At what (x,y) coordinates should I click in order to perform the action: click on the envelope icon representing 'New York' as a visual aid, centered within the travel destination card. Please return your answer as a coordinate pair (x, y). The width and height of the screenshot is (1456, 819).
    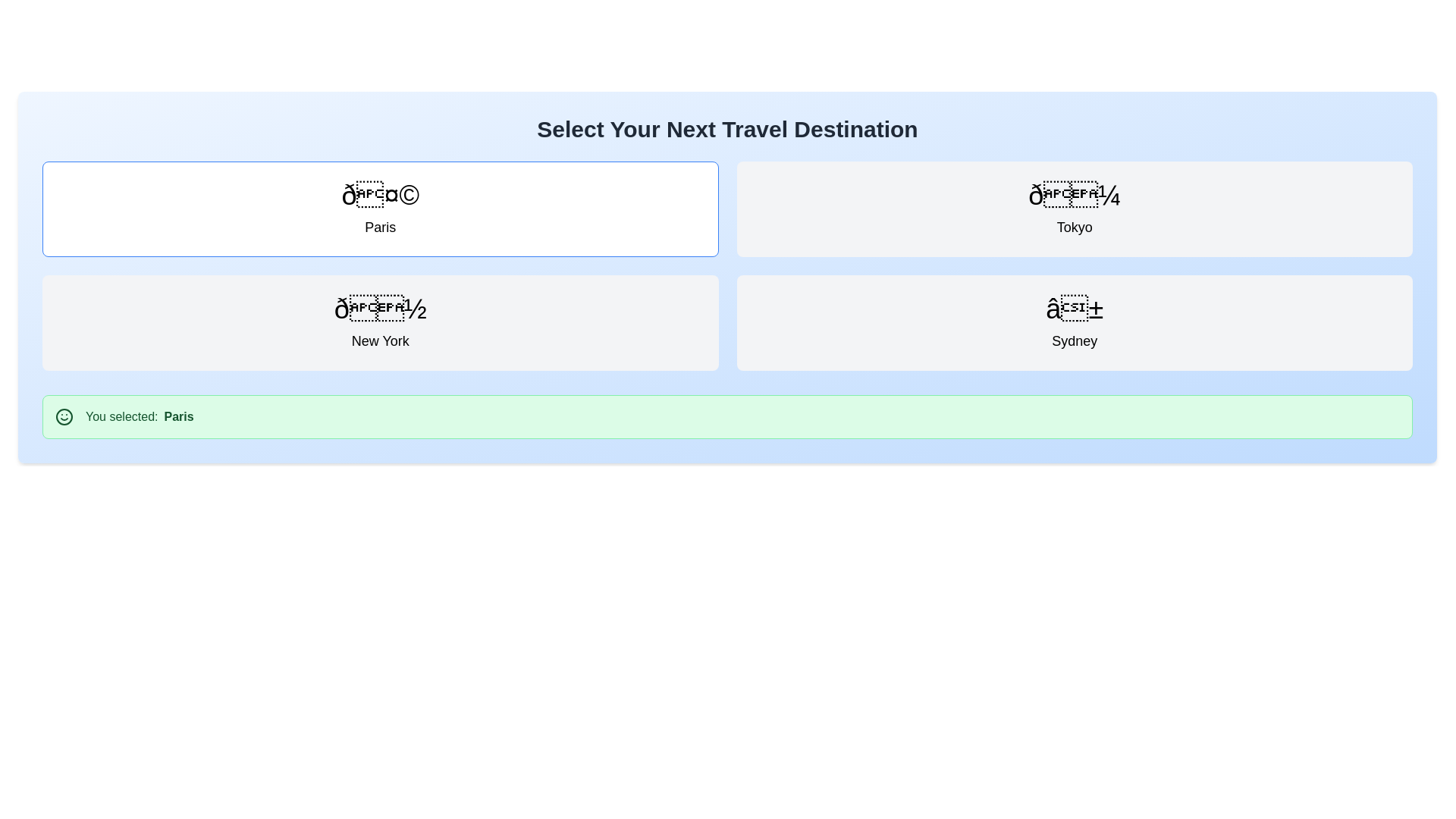
    Looking at the image, I should click on (380, 309).